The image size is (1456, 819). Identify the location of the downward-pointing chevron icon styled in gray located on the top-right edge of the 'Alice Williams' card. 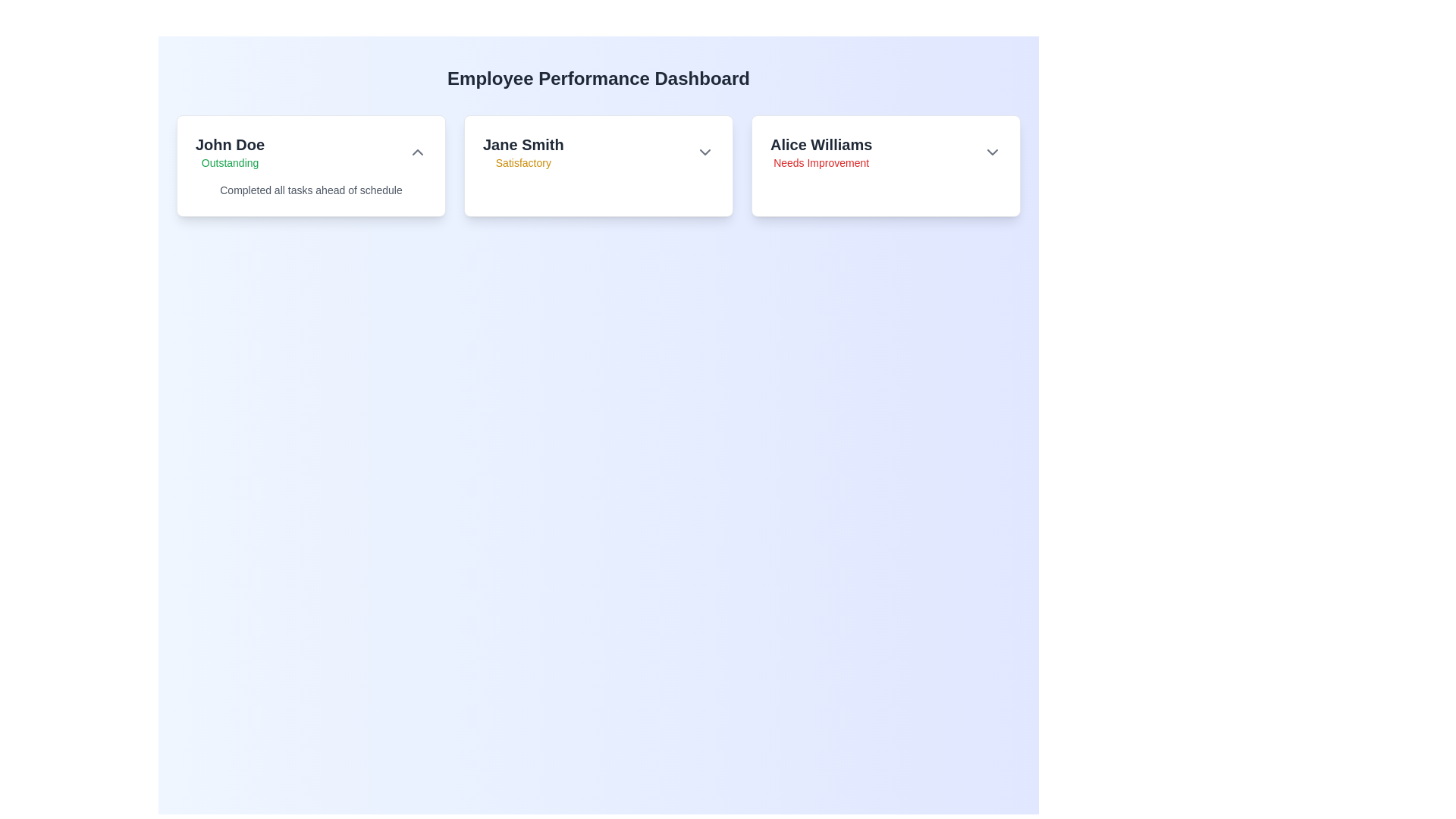
(993, 152).